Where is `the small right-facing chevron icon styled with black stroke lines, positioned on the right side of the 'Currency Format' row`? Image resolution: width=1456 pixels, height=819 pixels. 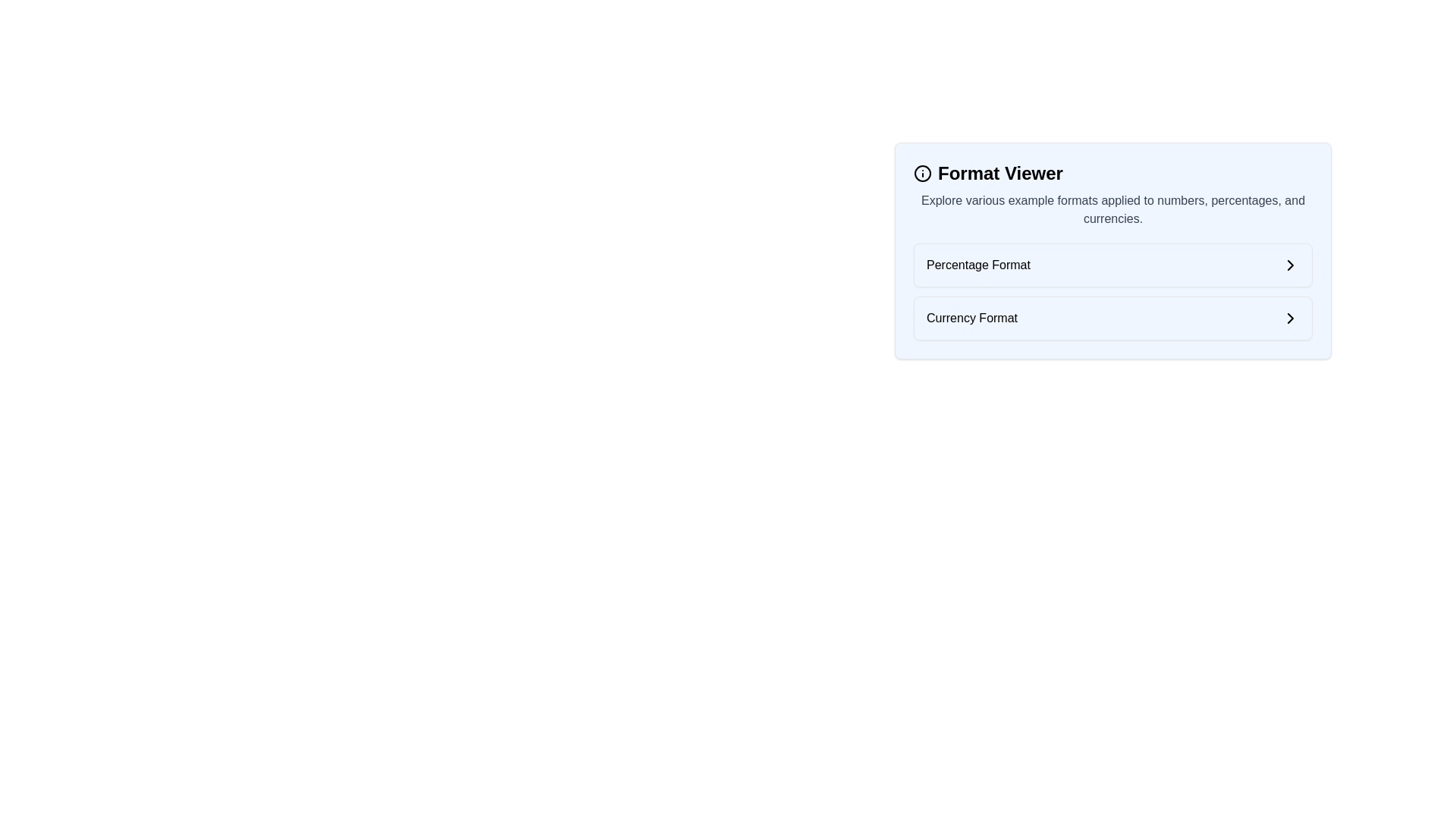
the small right-facing chevron icon styled with black stroke lines, positioned on the right side of the 'Currency Format' row is located at coordinates (1290, 318).